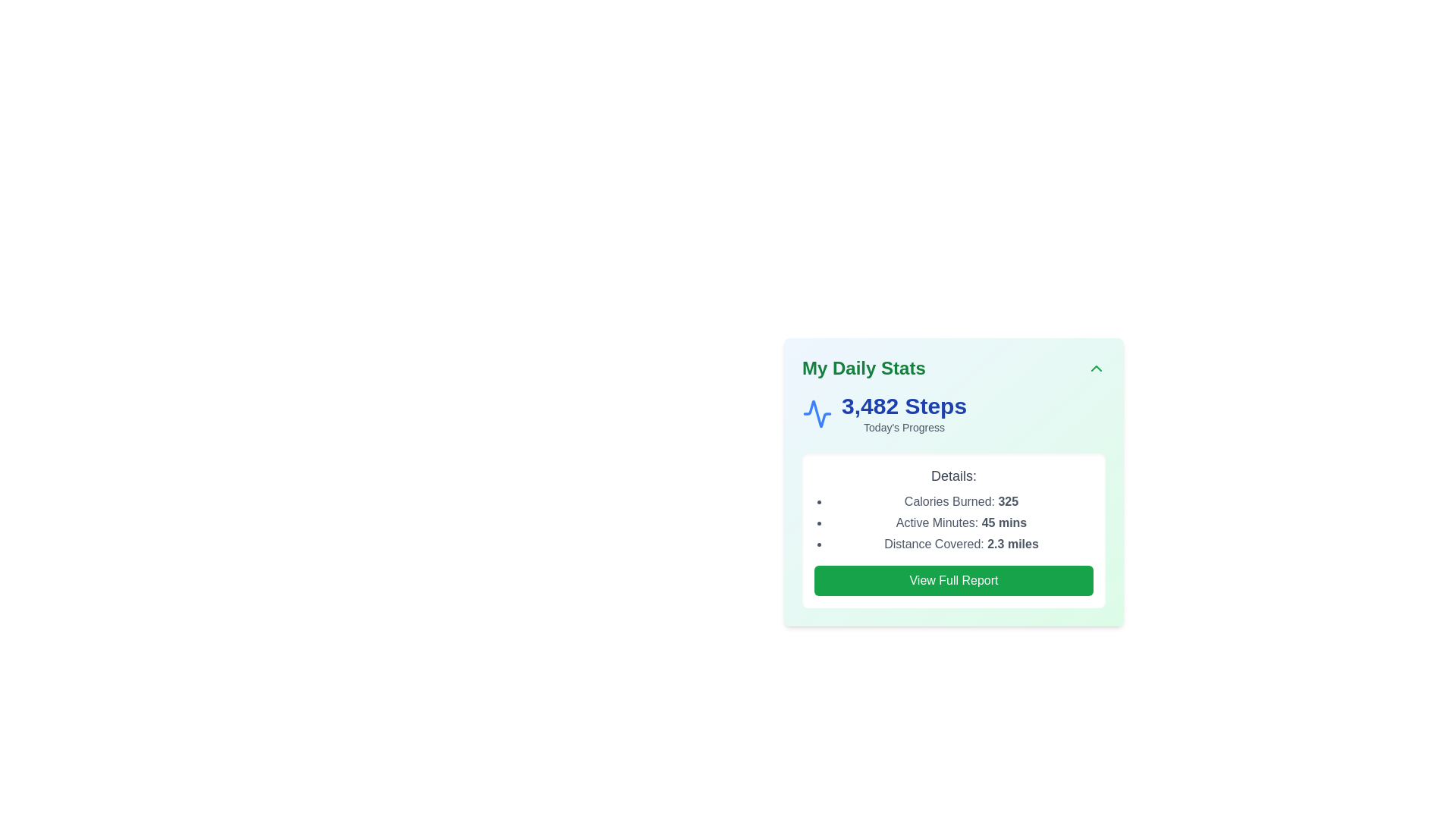 The height and width of the screenshot is (819, 1456). What do you see at coordinates (952, 580) in the screenshot?
I see `the 'View Full Report' button with rounded corners and a bright green background` at bounding box center [952, 580].